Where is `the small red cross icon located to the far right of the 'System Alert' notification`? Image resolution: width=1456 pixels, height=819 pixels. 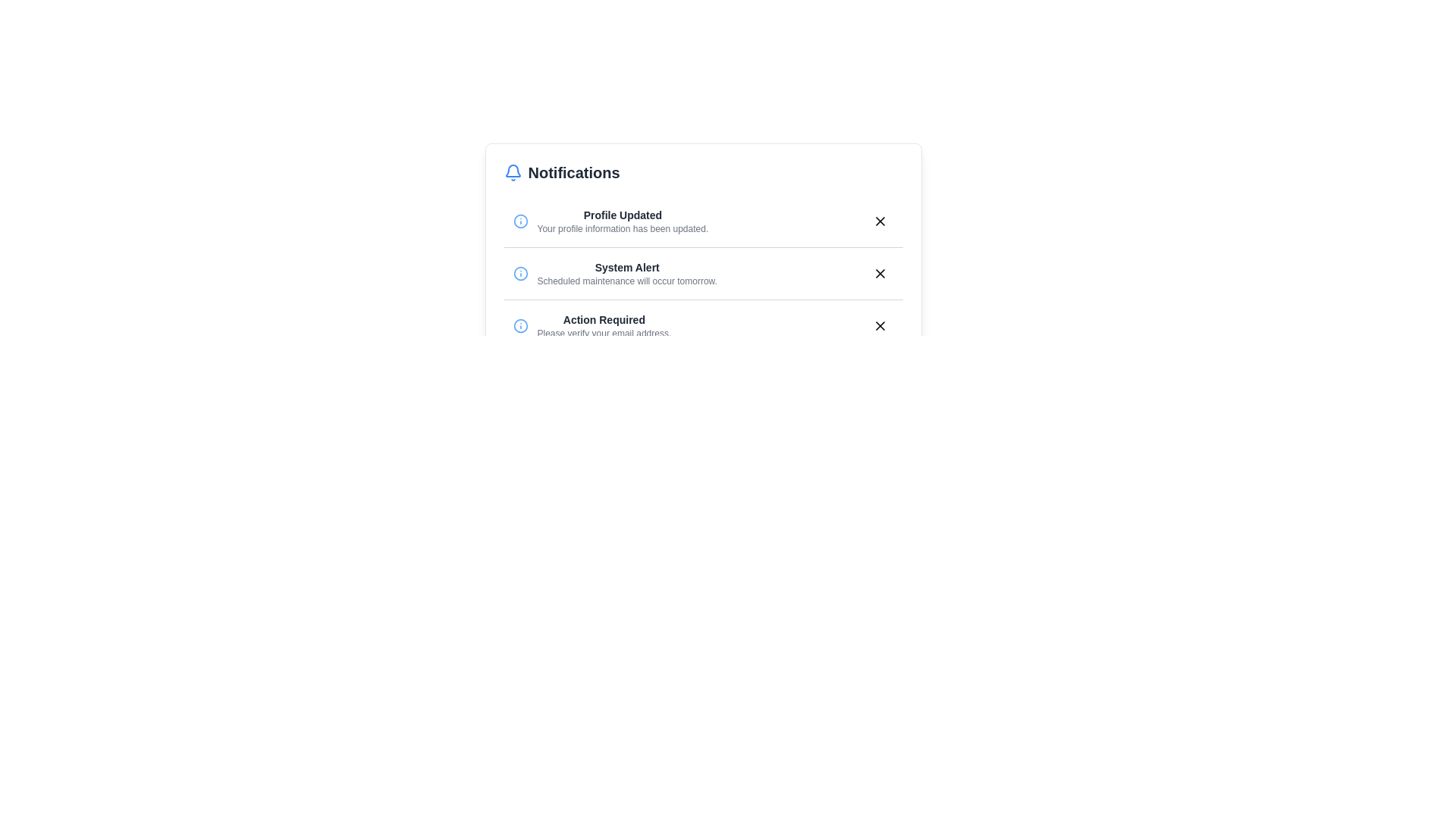 the small red cross icon located to the far right of the 'System Alert' notification is located at coordinates (880, 274).